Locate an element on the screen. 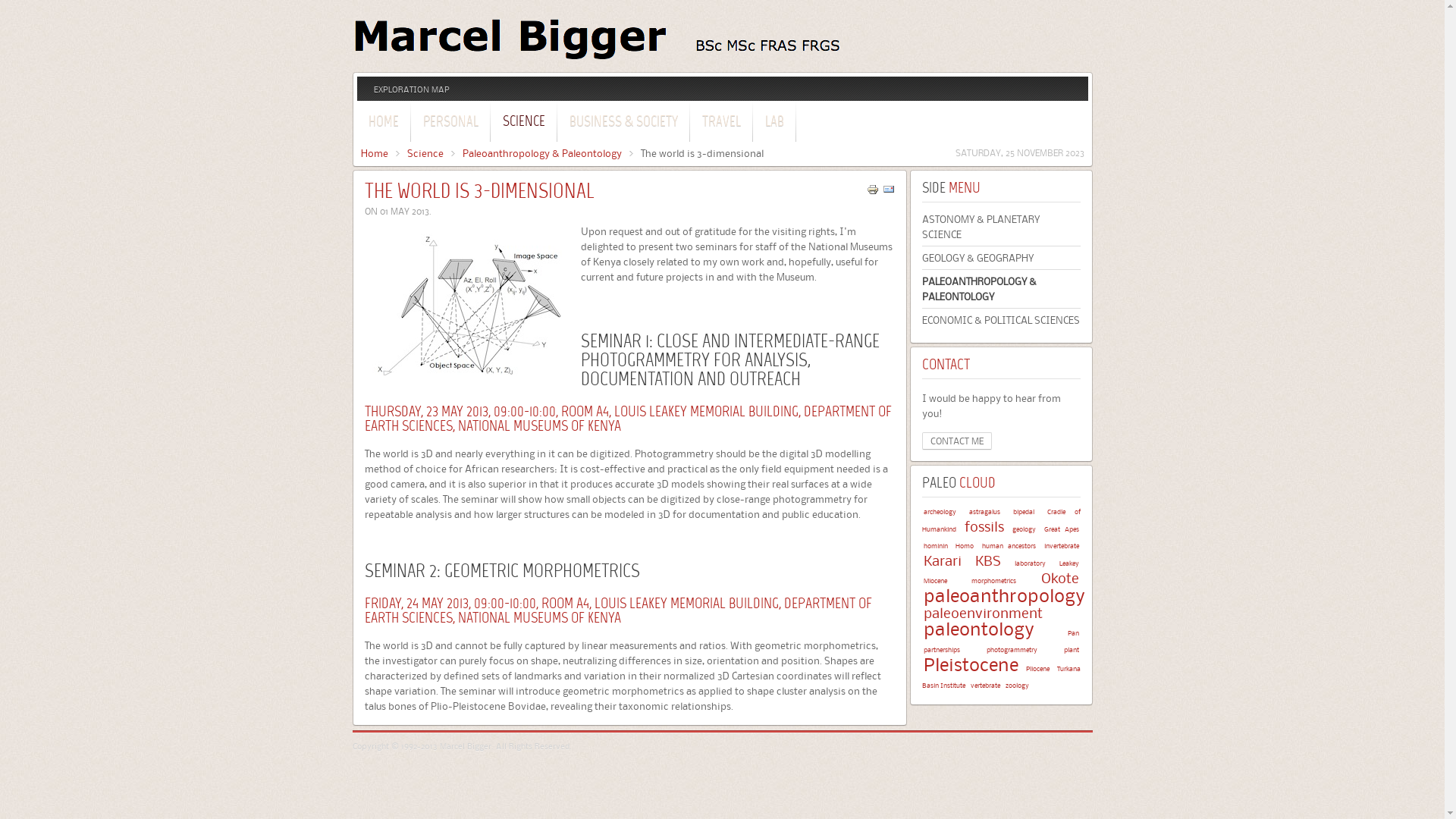 Image resolution: width=1456 pixels, height=819 pixels. 'Pan' is located at coordinates (1066, 632).